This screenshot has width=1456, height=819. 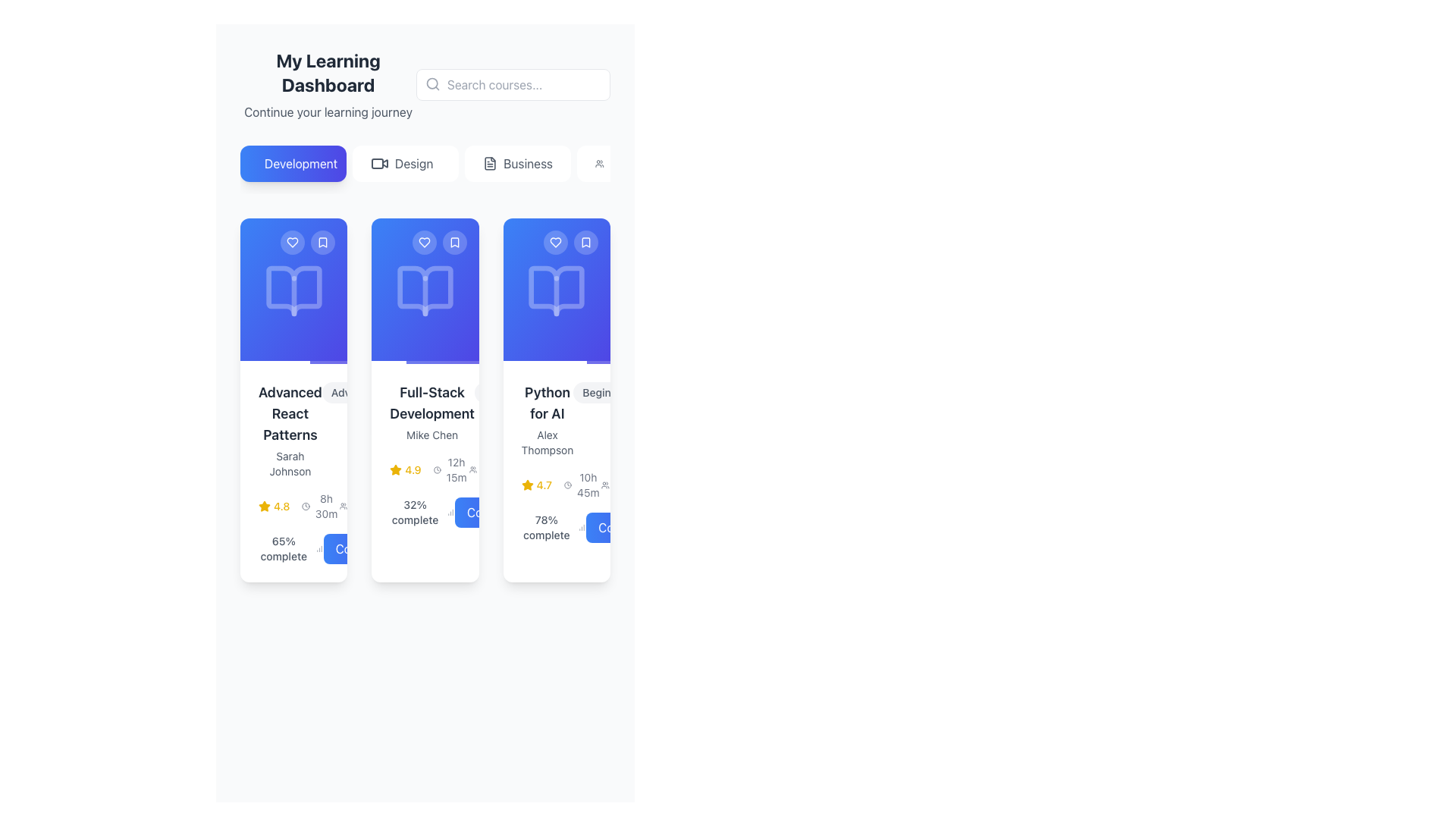 I want to click on the text label displaying '65% complete' located at the bottom-left of the card for 'Advanced React Patterns', so click(x=293, y=549).